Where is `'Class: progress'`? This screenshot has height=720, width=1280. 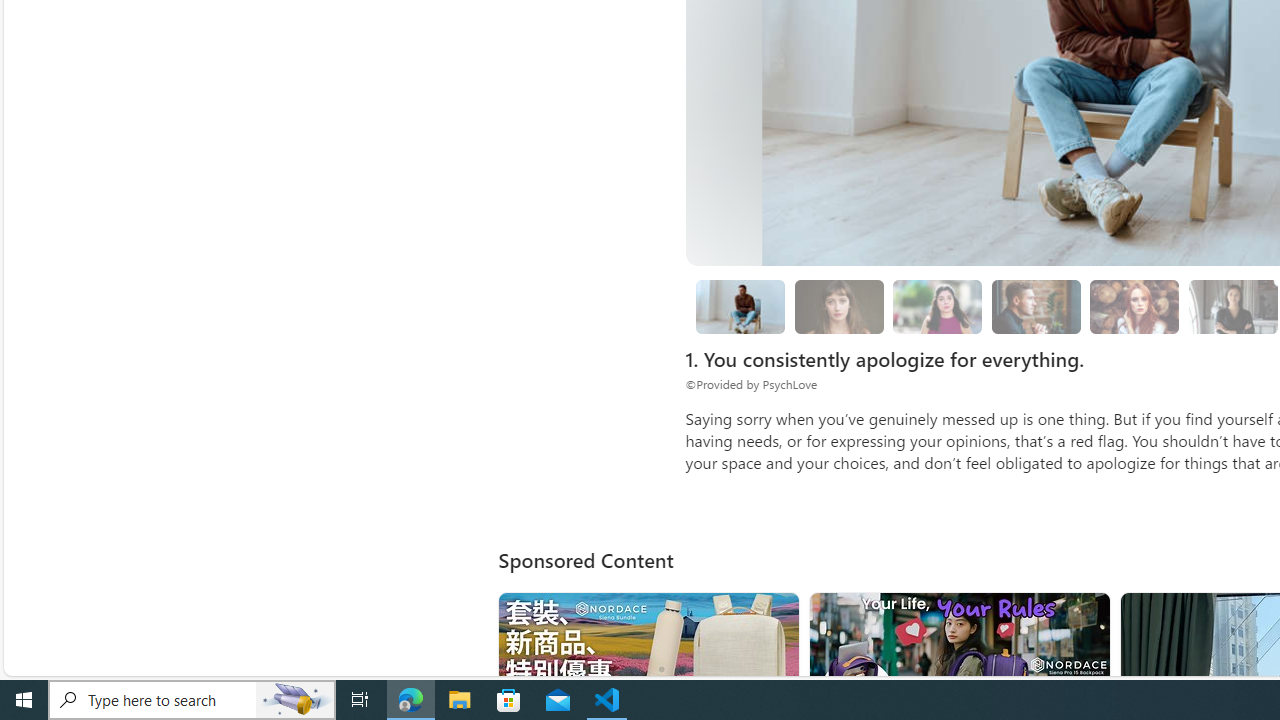 'Class: progress' is located at coordinates (1134, 303).